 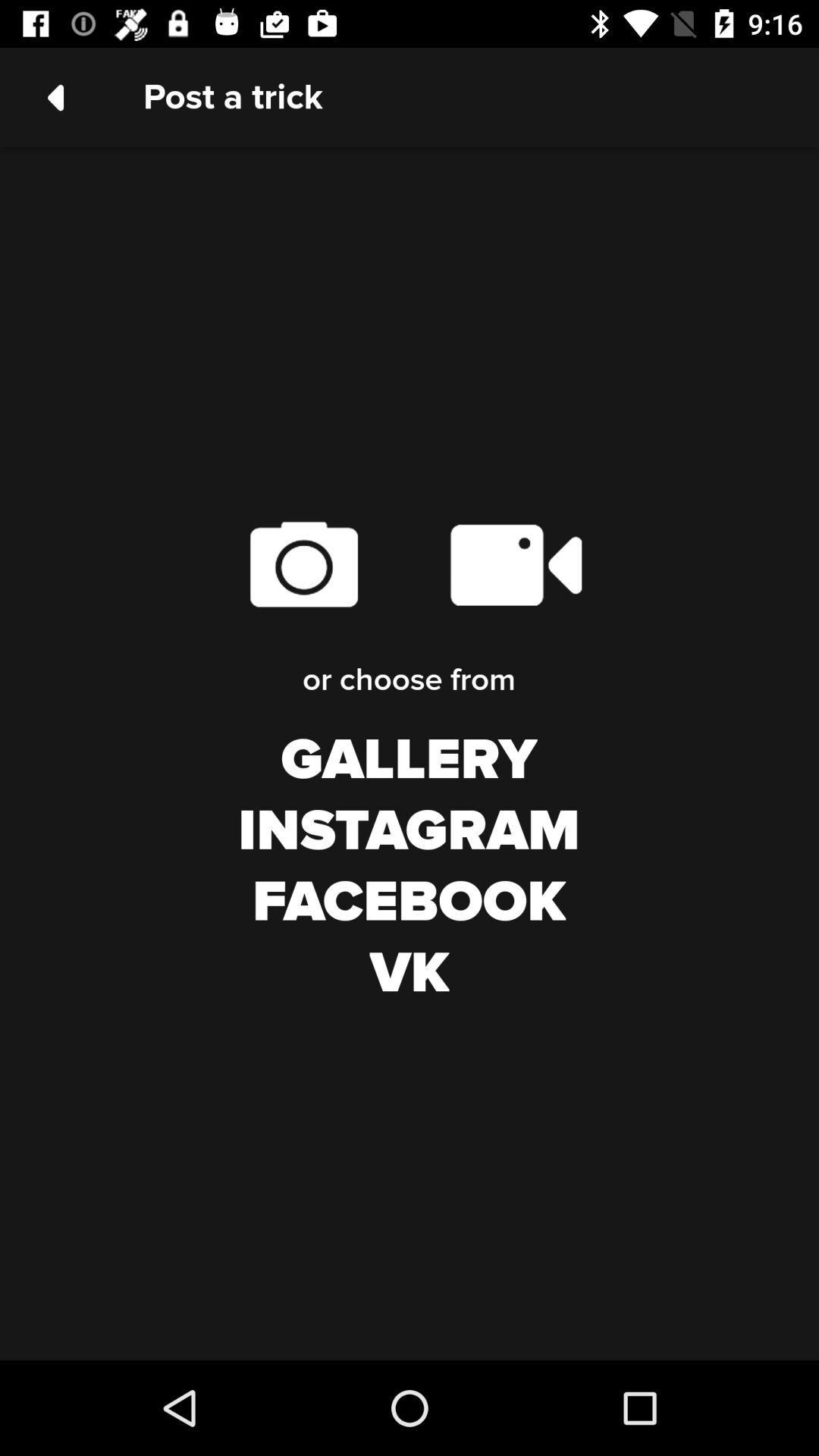 I want to click on take a photo, so click(x=303, y=563).